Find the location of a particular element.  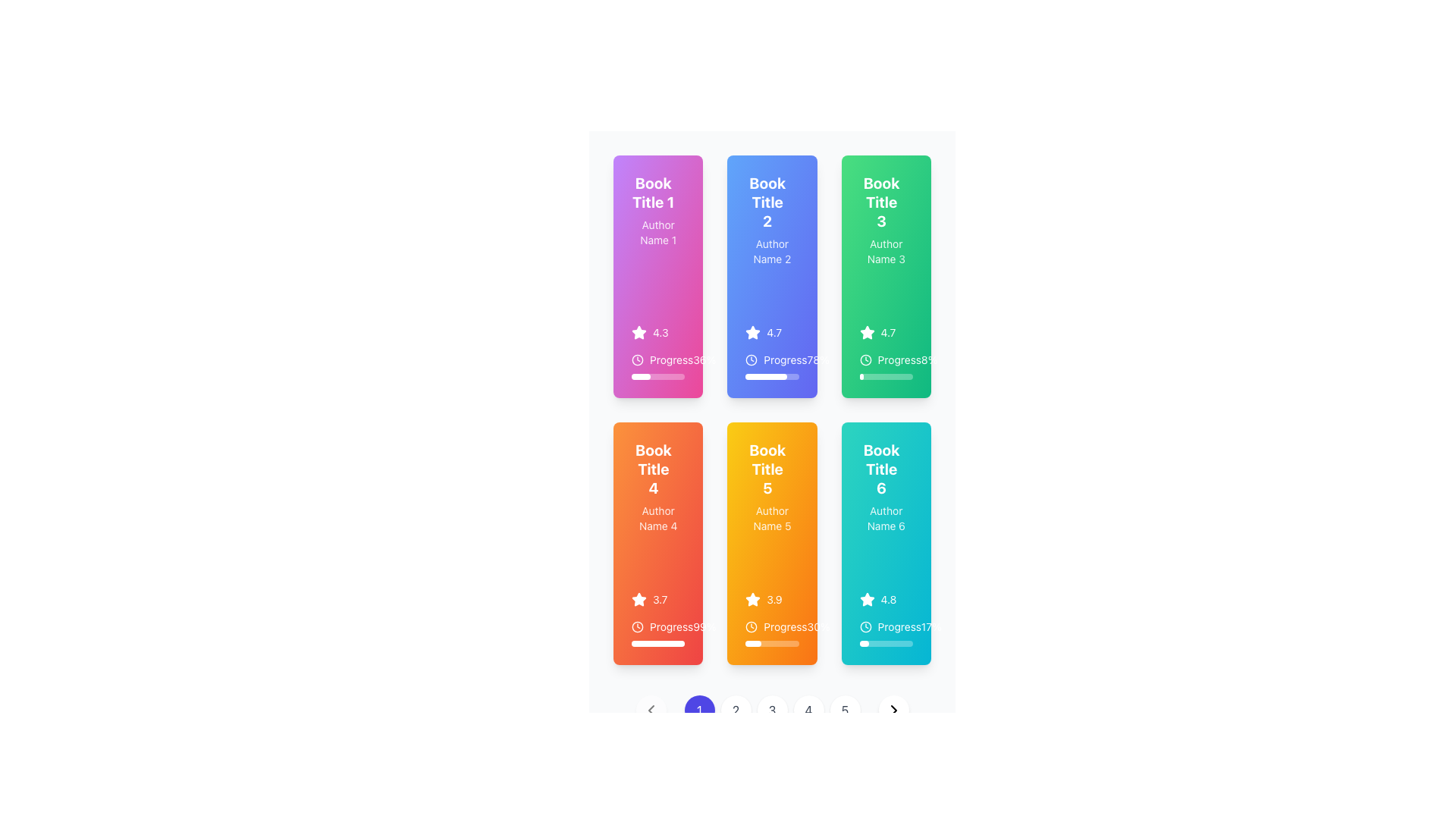

the text label displaying 'Book Title 1' which is located at the top of the first card in the grid interface to trigger any hover behavior is located at coordinates (658, 195).